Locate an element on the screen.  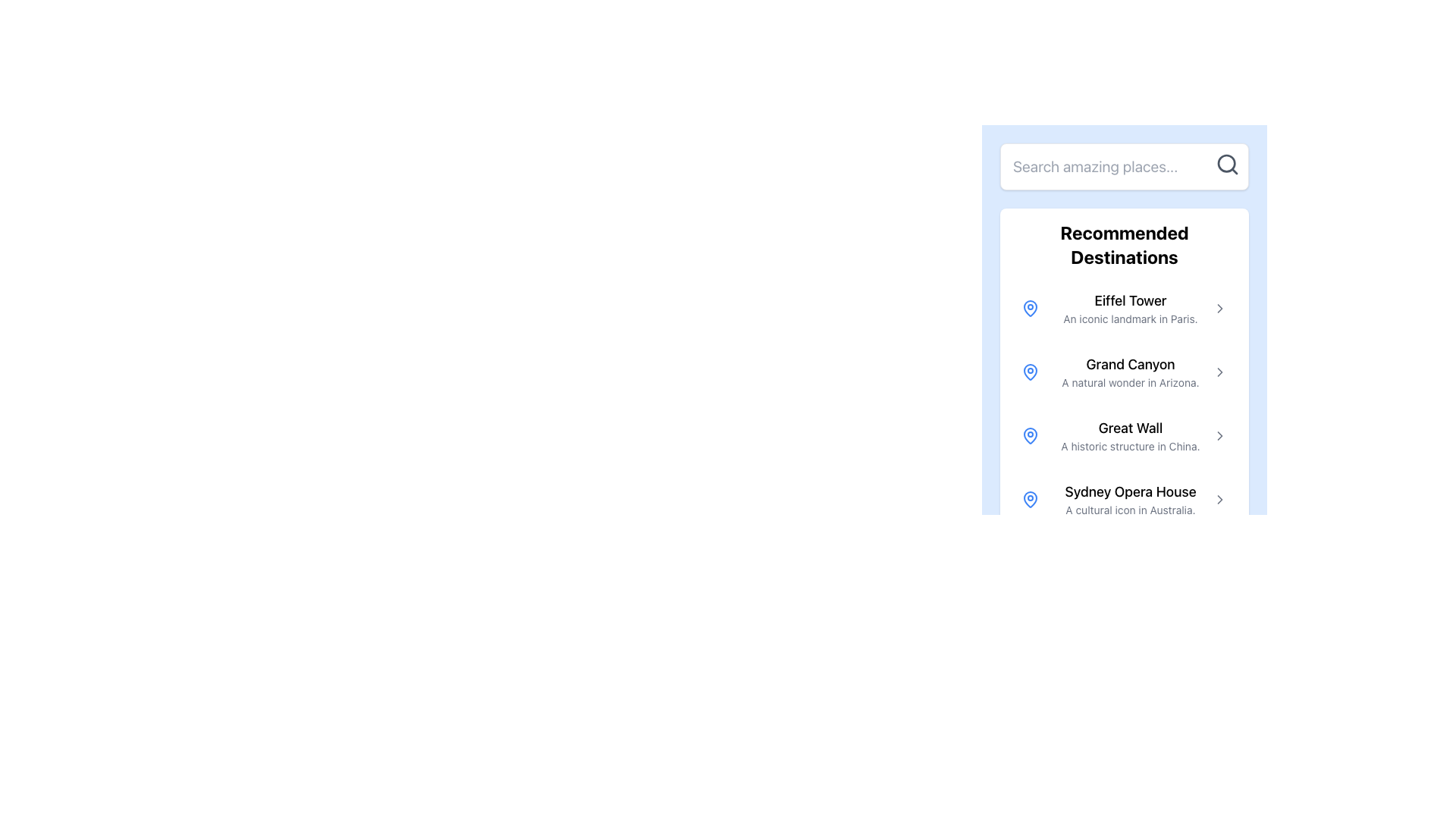
the text-based list item displaying 'Sydney Opera House', which is styled with a bold font and is the fourth item in the 'Recommended Destinations' section is located at coordinates (1131, 500).